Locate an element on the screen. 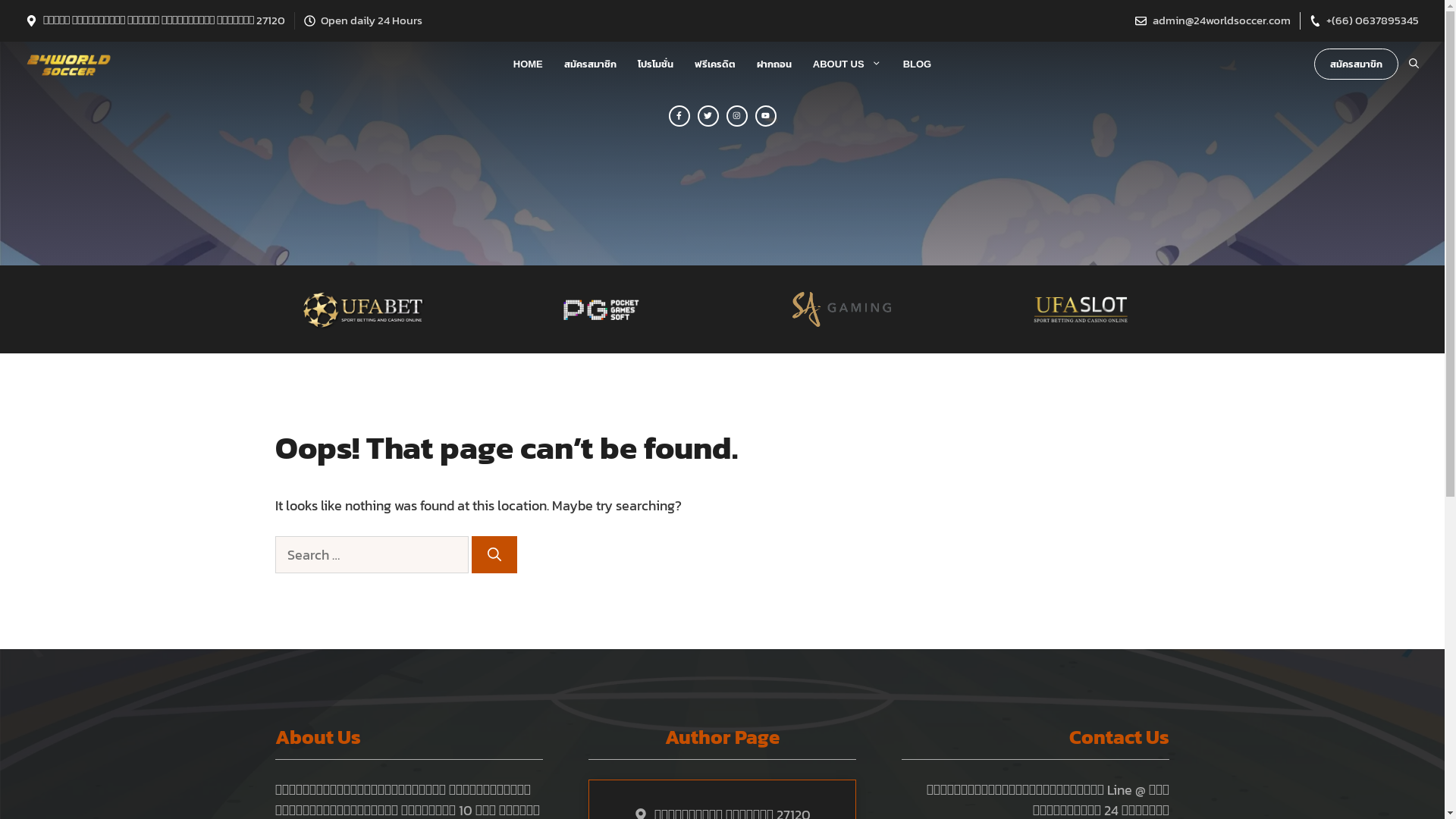 This screenshot has width=1456, height=819. 'BLOG' is located at coordinates (916, 63).